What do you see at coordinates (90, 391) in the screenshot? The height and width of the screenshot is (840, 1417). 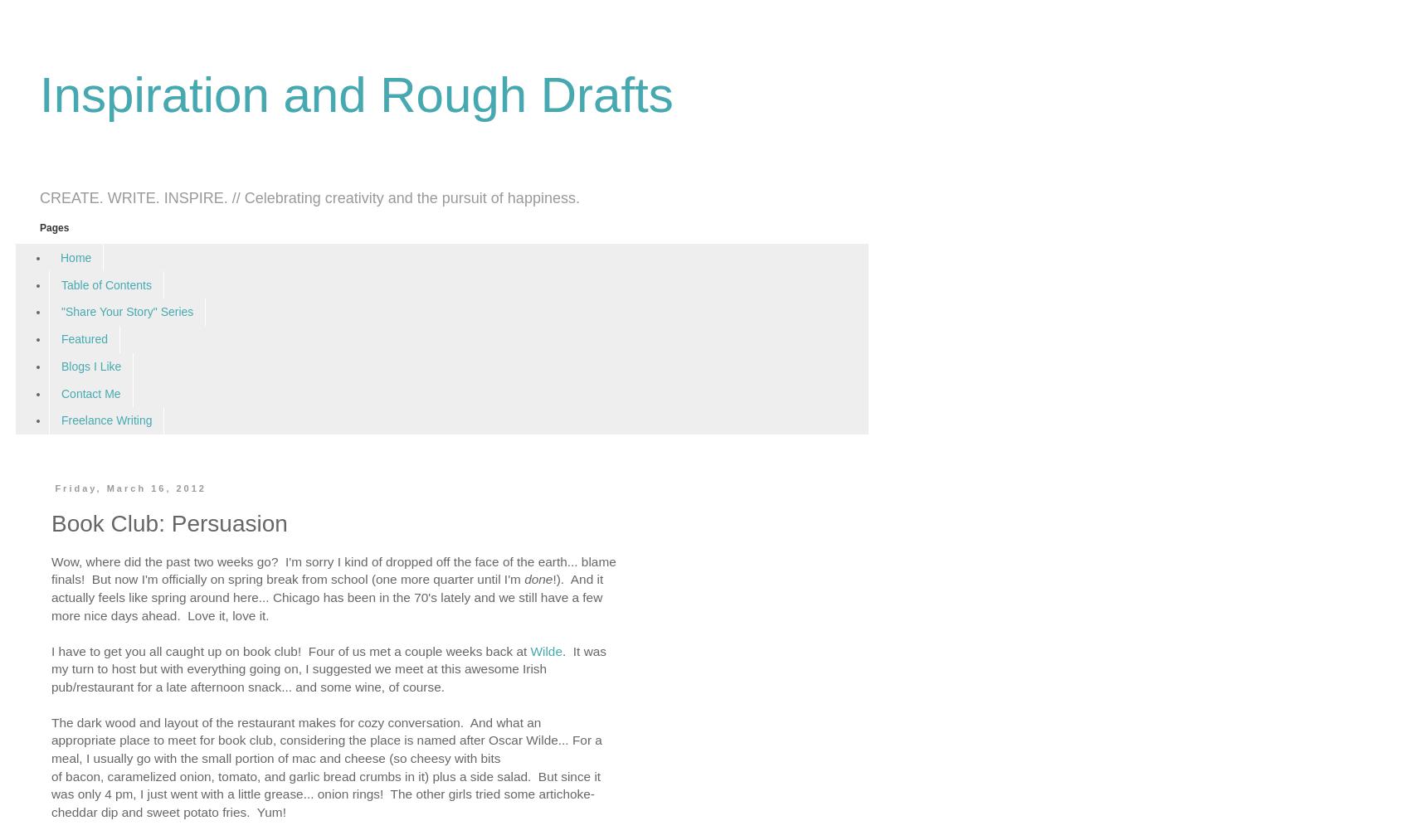 I see `'Contact Me'` at bounding box center [90, 391].